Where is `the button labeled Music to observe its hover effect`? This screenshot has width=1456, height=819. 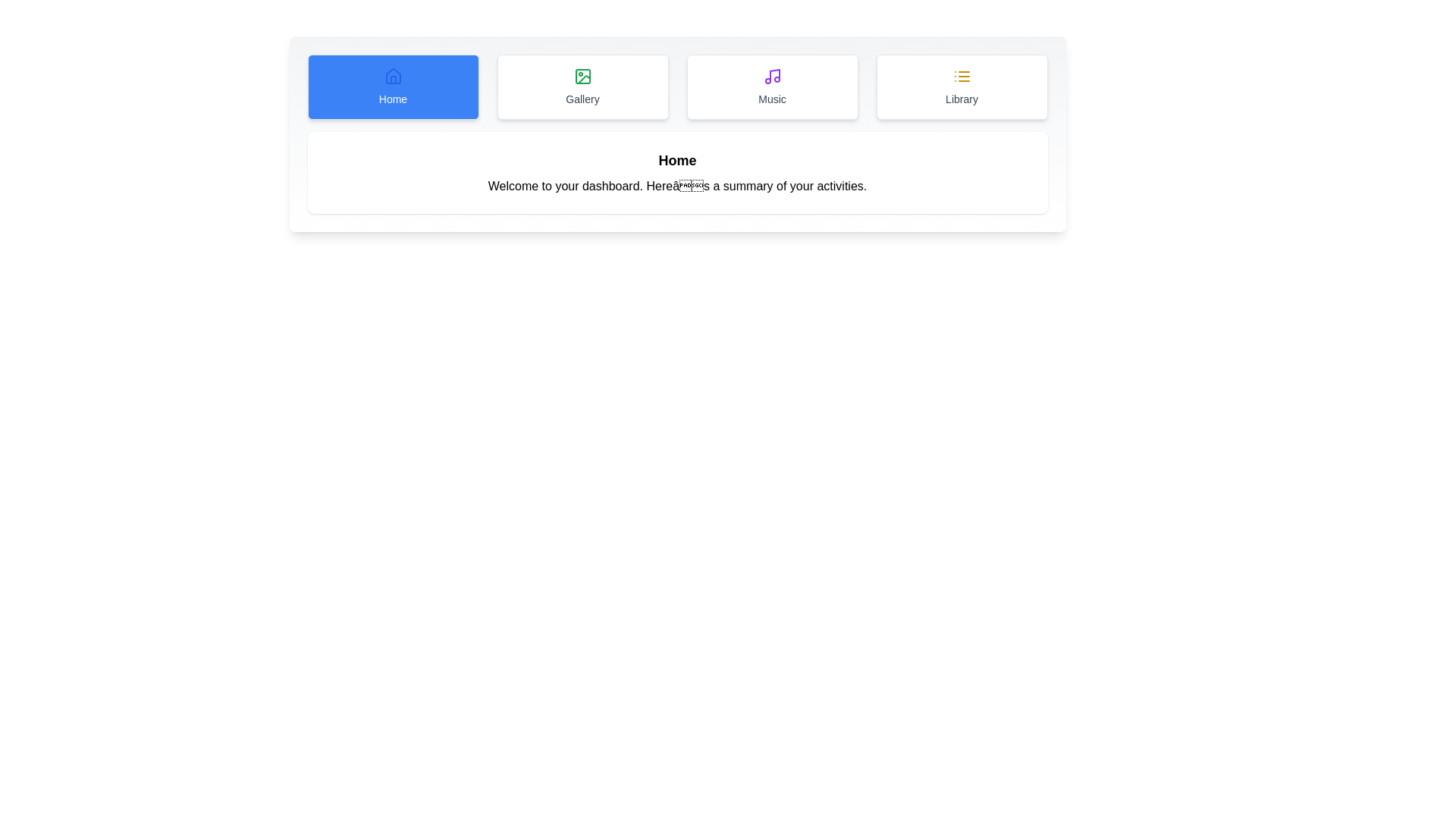 the button labeled Music to observe its hover effect is located at coordinates (772, 87).